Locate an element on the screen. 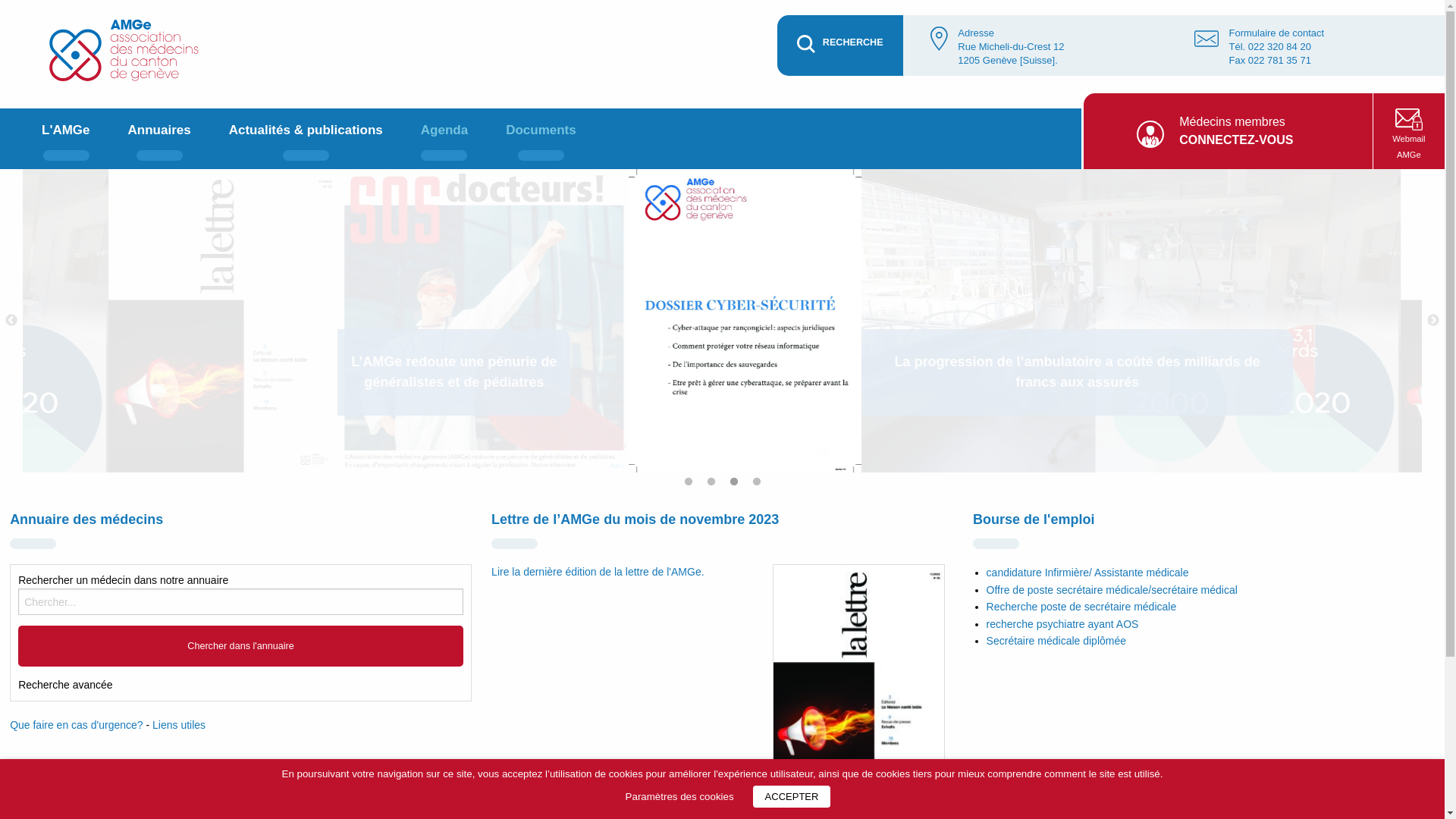 This screenshot has width=1456, height=819. 'Annuaires' is located at coordinates (159, 138).